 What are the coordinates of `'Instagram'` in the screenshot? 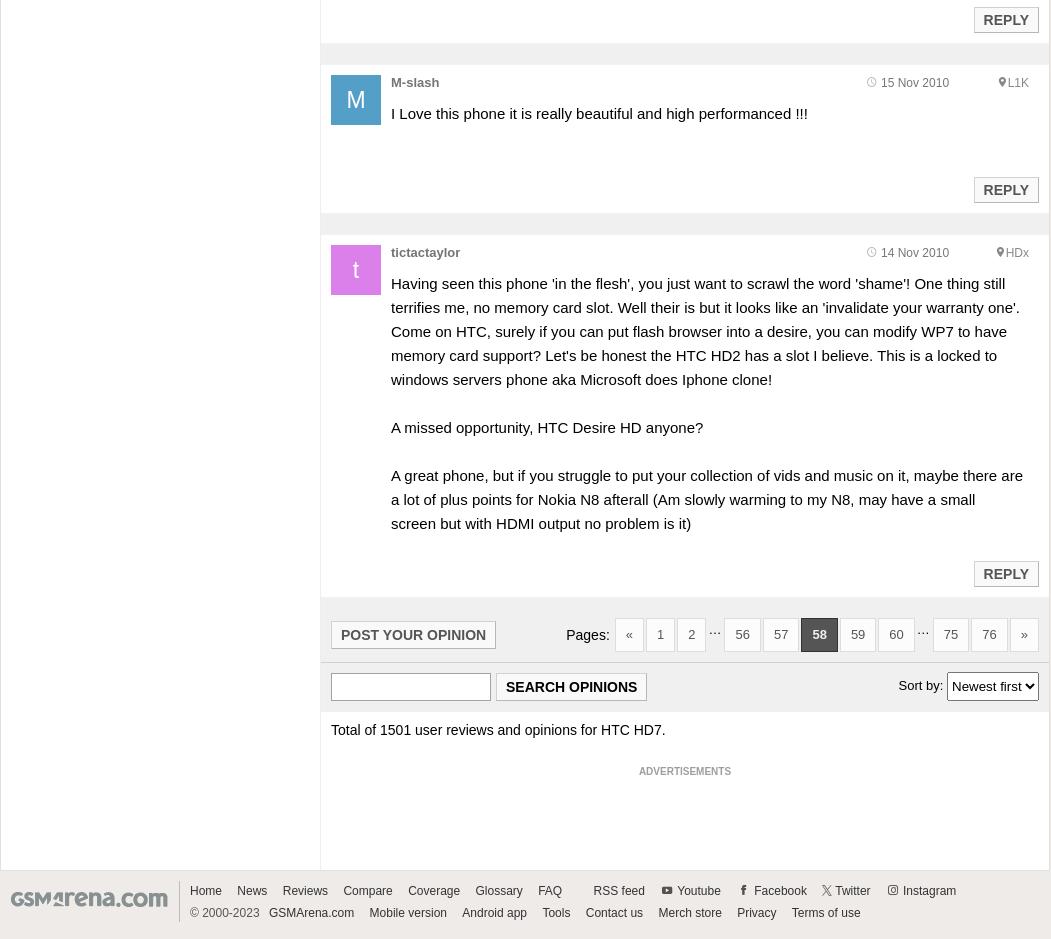 It's located at (928, 891).